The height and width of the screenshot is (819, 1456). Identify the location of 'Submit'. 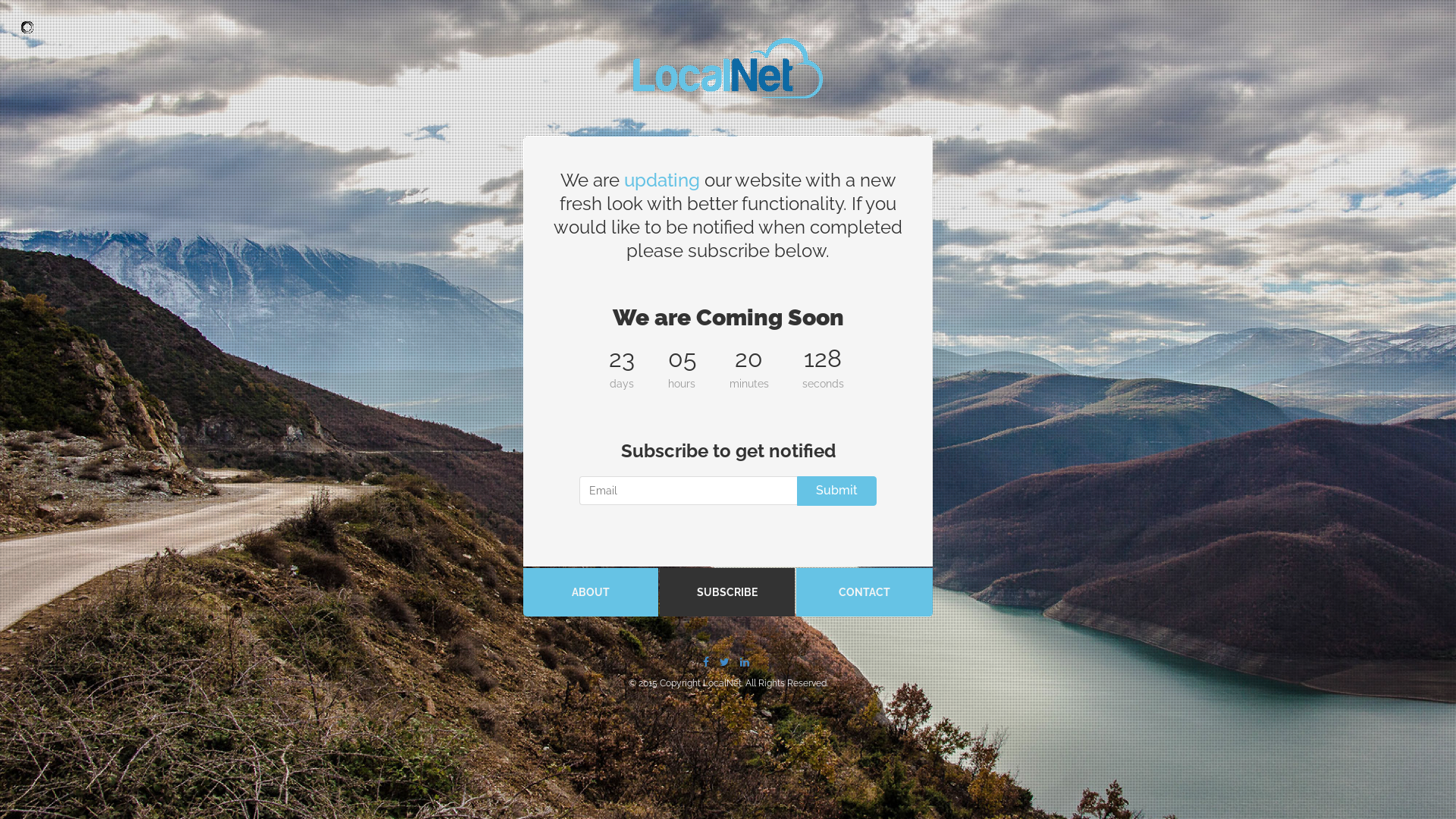
(836, 491).